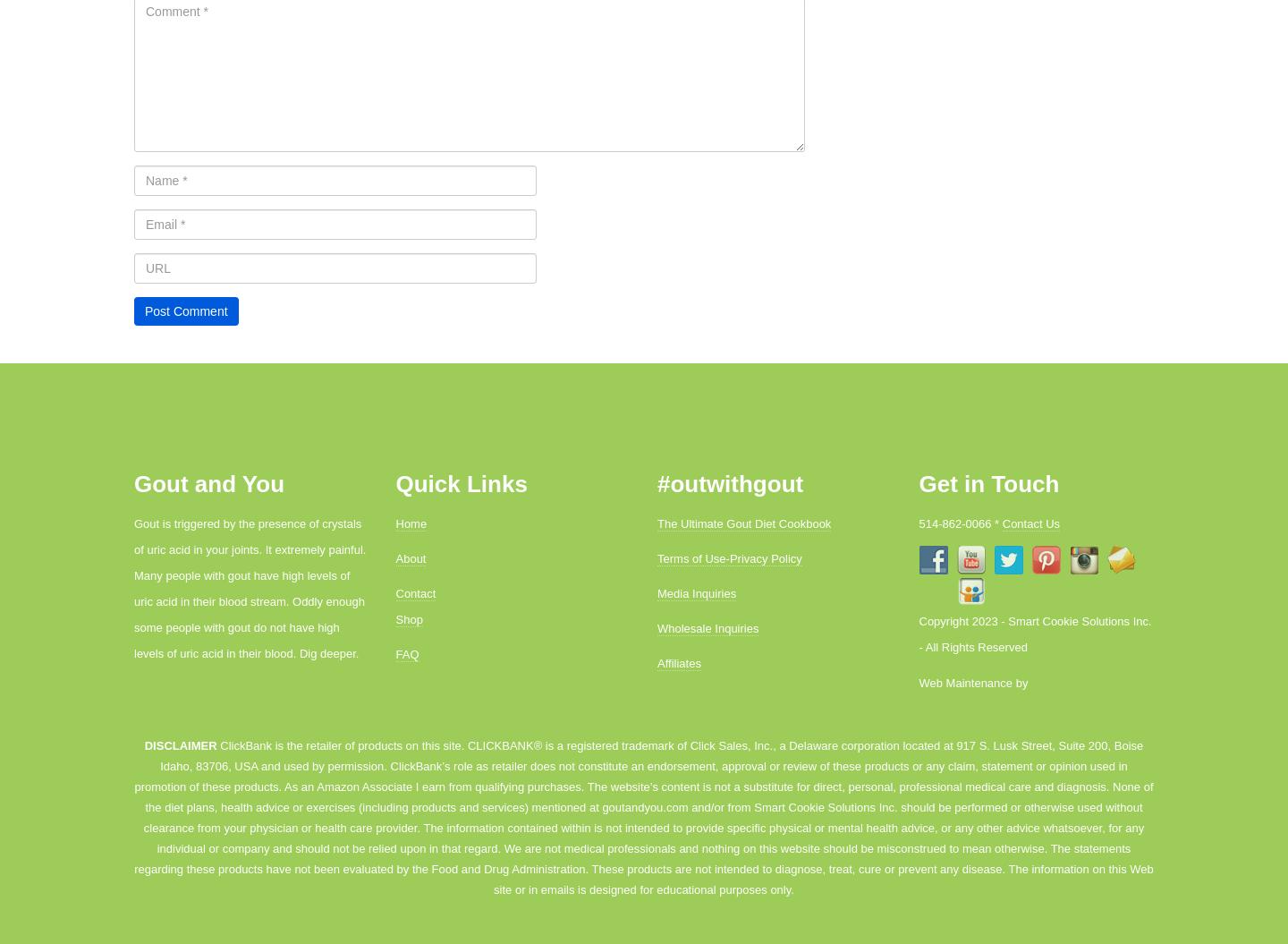 Image resolution: width=1288 pixels, height=944 pixels. Describe the element at coordinates (415, 592) in the screenshot. I see `'Contact'` at that location.